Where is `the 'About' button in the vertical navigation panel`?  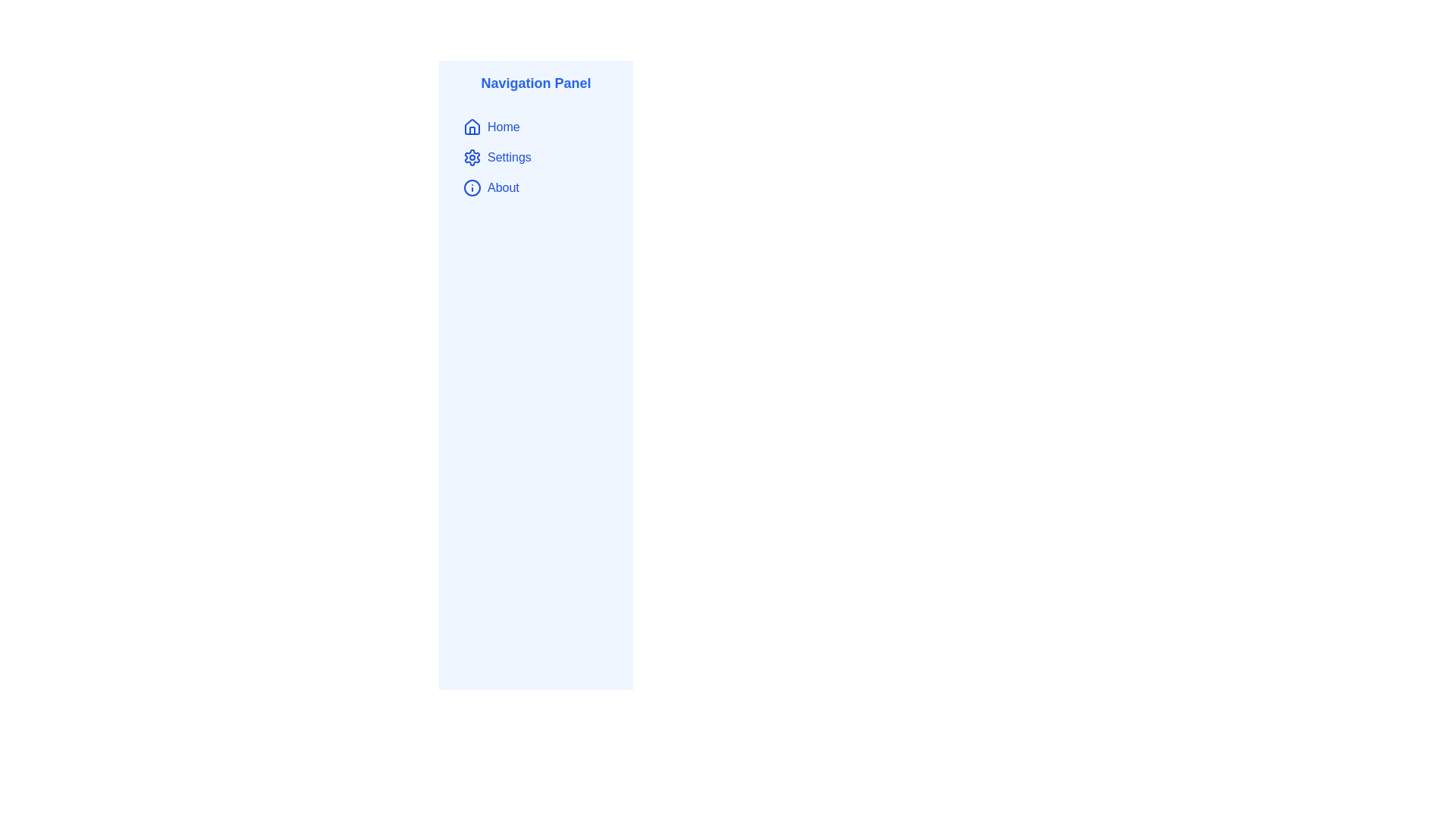 the 'About' button in the vertical navigation panel is located at coordinates (535, 187).